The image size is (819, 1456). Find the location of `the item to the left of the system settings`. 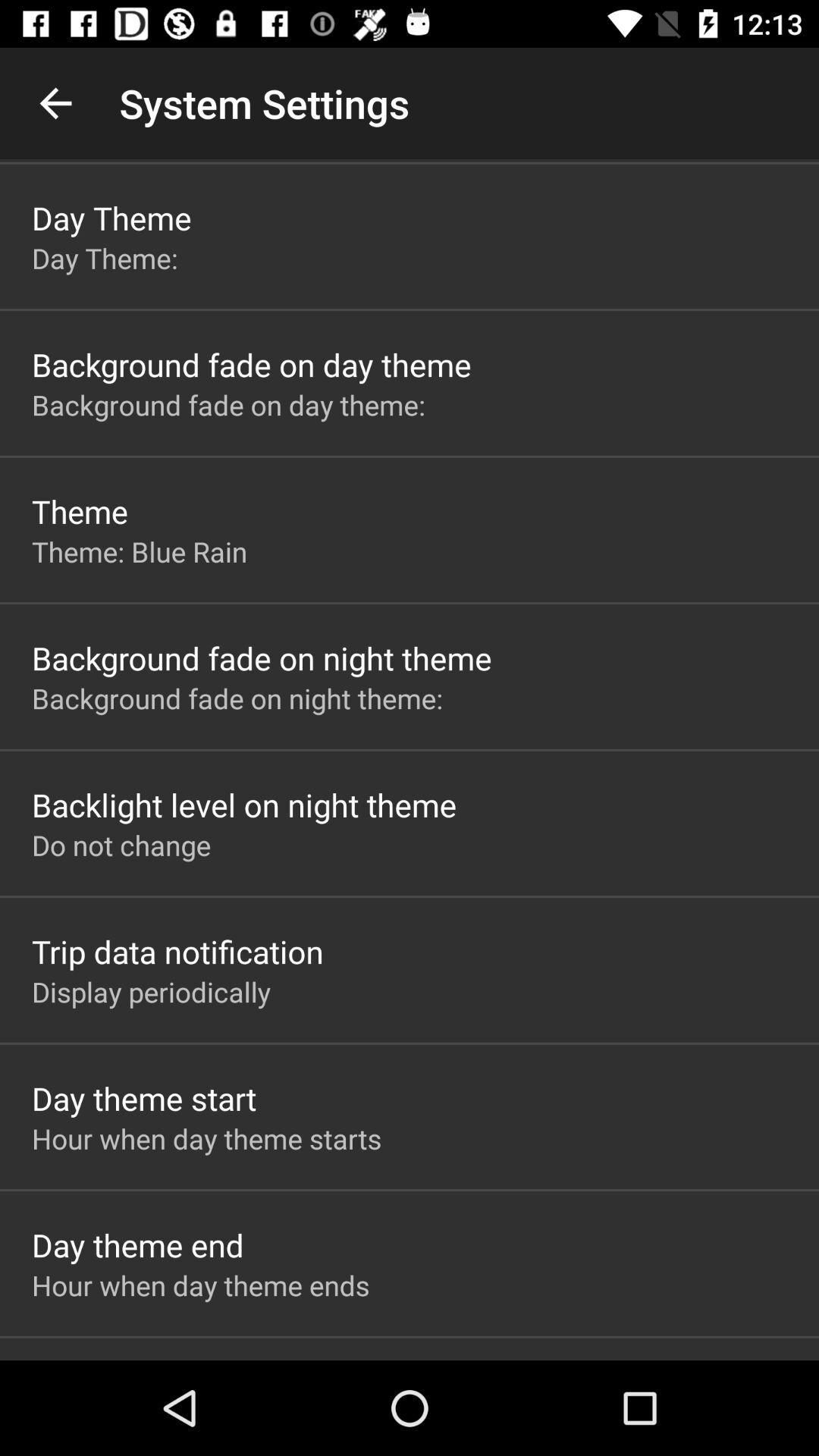

the item to the left of the system settings is located at coordinates (55, 102).